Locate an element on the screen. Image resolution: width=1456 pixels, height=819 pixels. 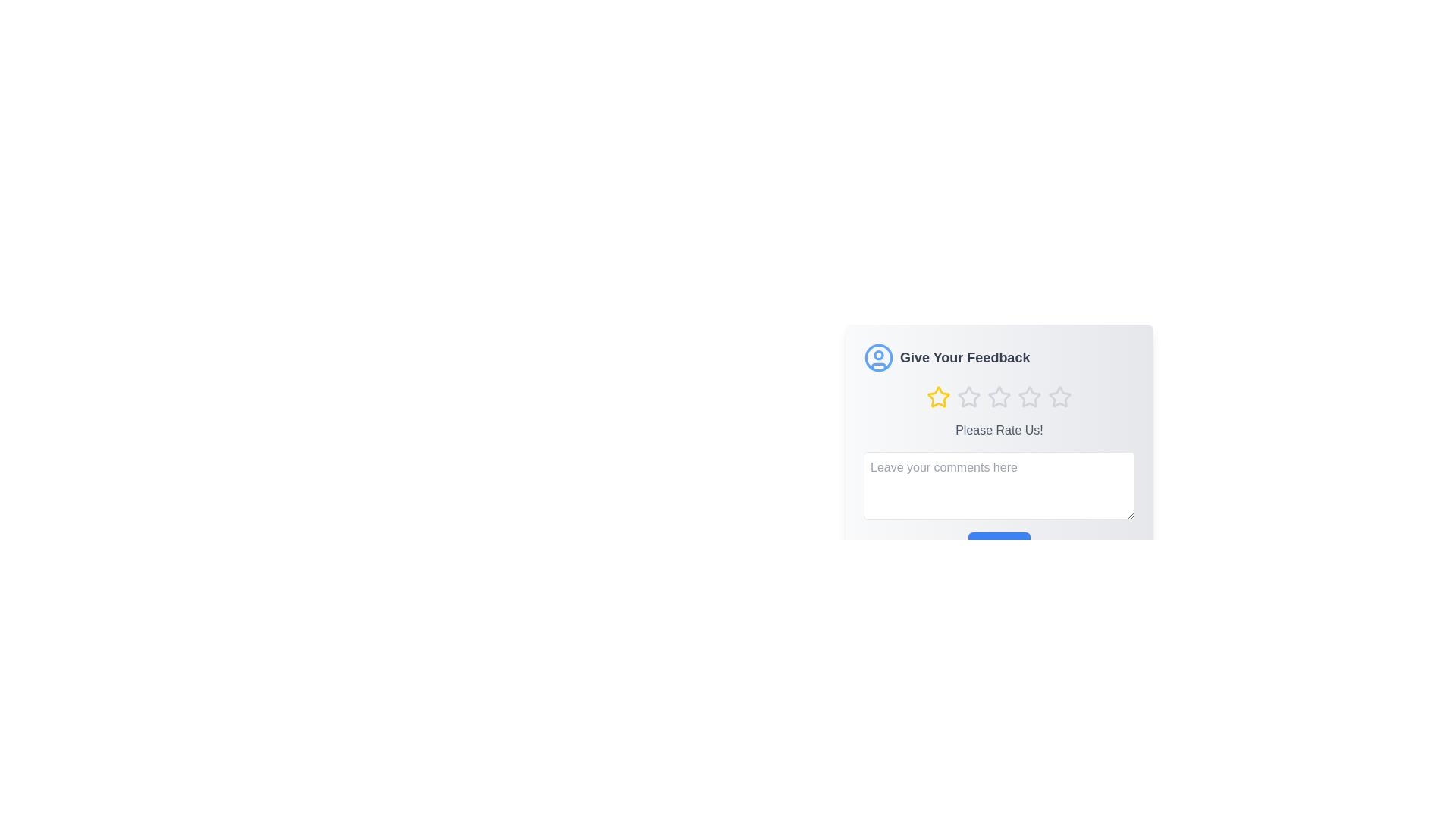
the second star-shaped icon with a gray outline in the rating section is located at coordinates (998, 396).